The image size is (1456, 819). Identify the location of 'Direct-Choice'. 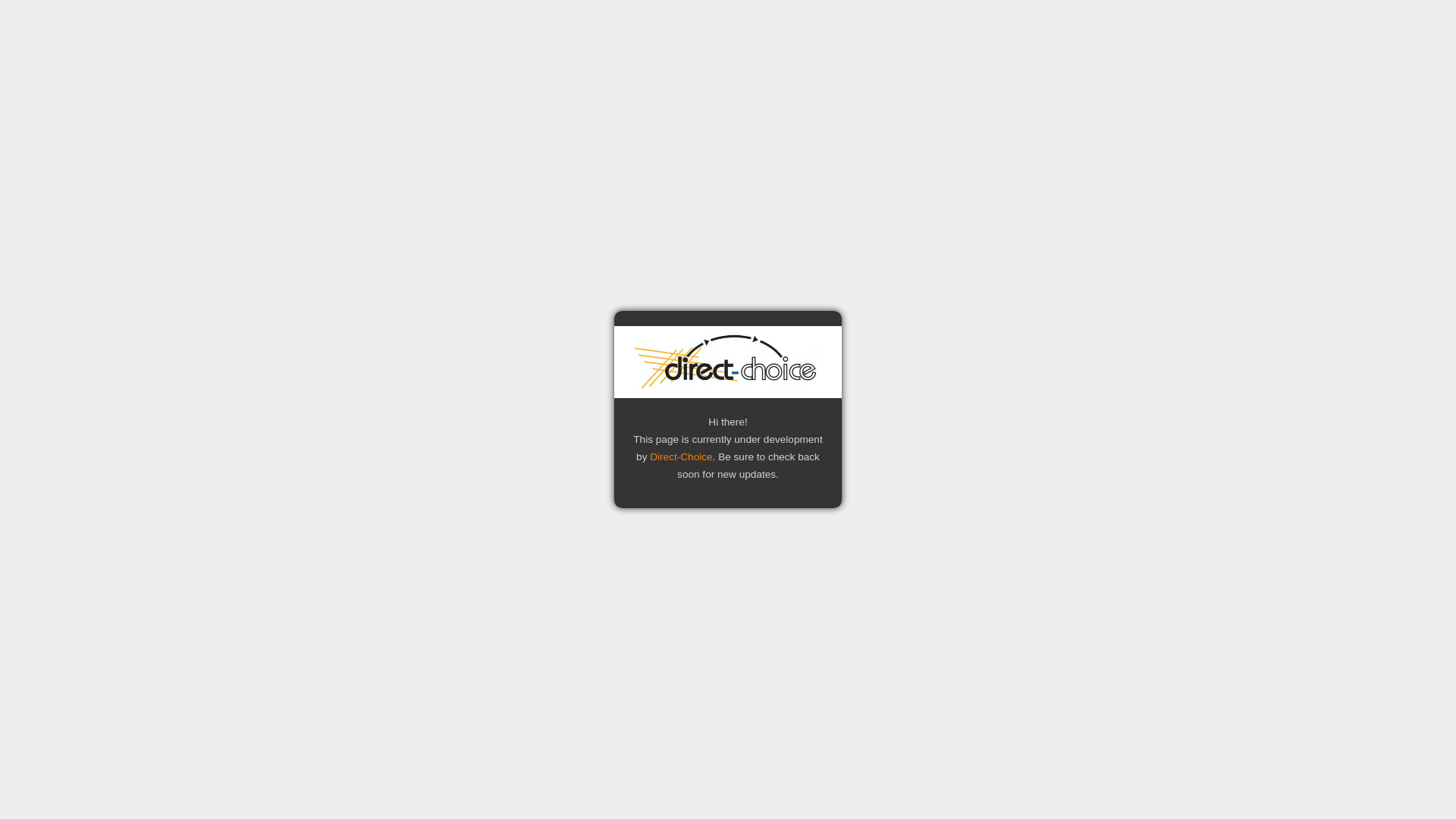
(679, 456).